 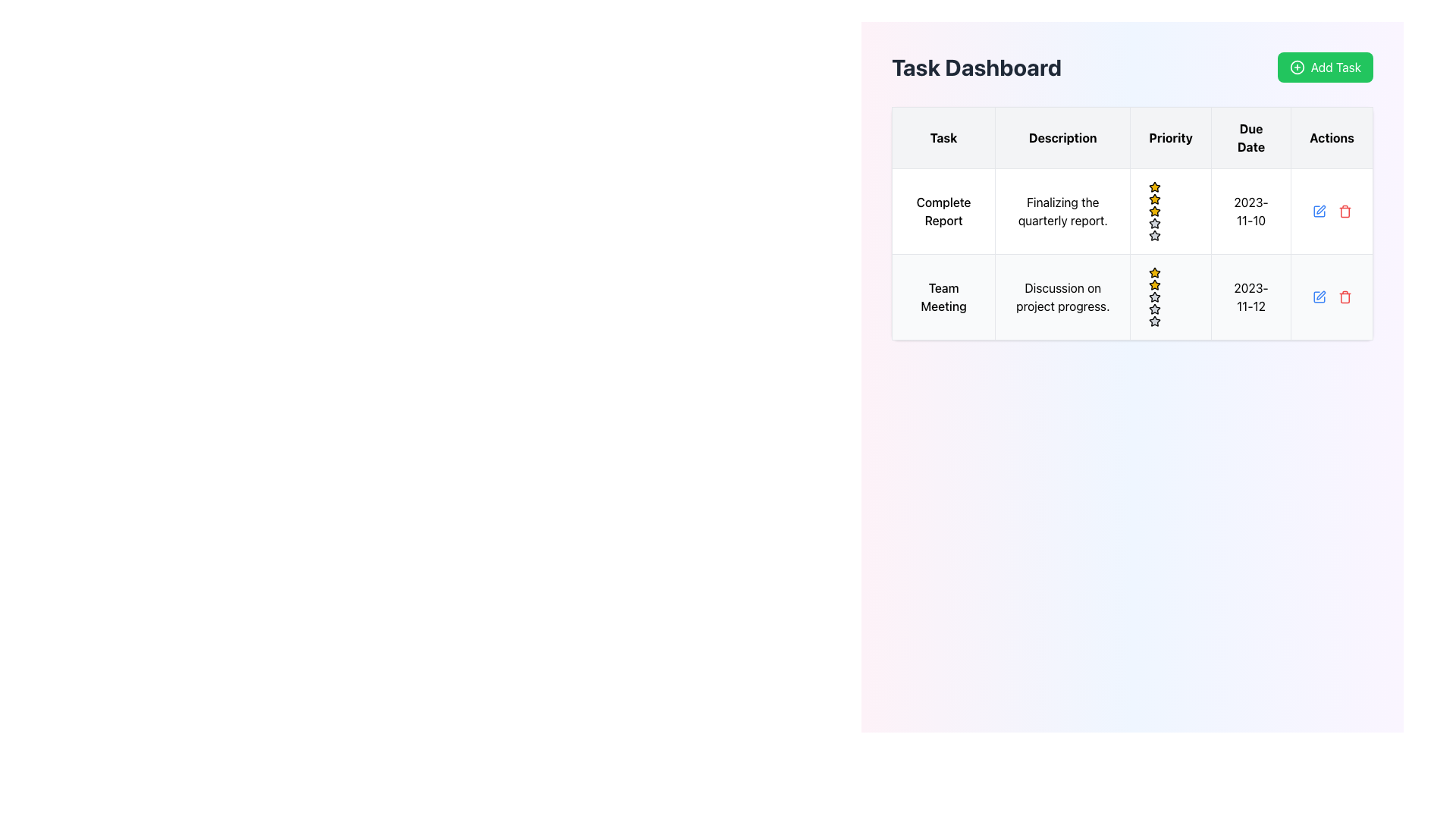 What do you see at coordinates (1132, 297) in the screenshot?
I see `the icons` at bounding box center [1132, 297].